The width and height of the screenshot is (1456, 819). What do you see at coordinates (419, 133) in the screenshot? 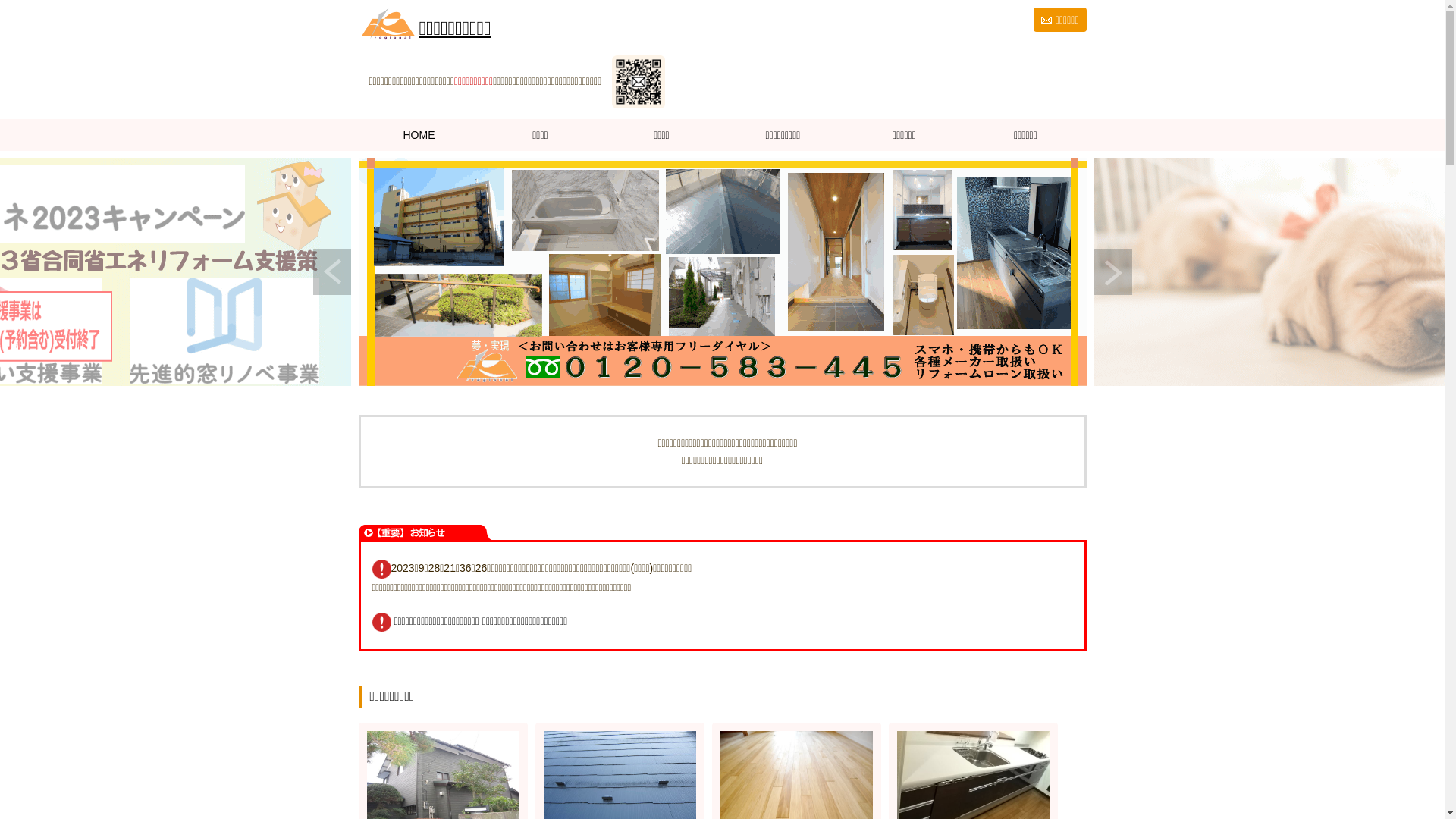
I see `'HOME'` at bounding box center [419, 133].